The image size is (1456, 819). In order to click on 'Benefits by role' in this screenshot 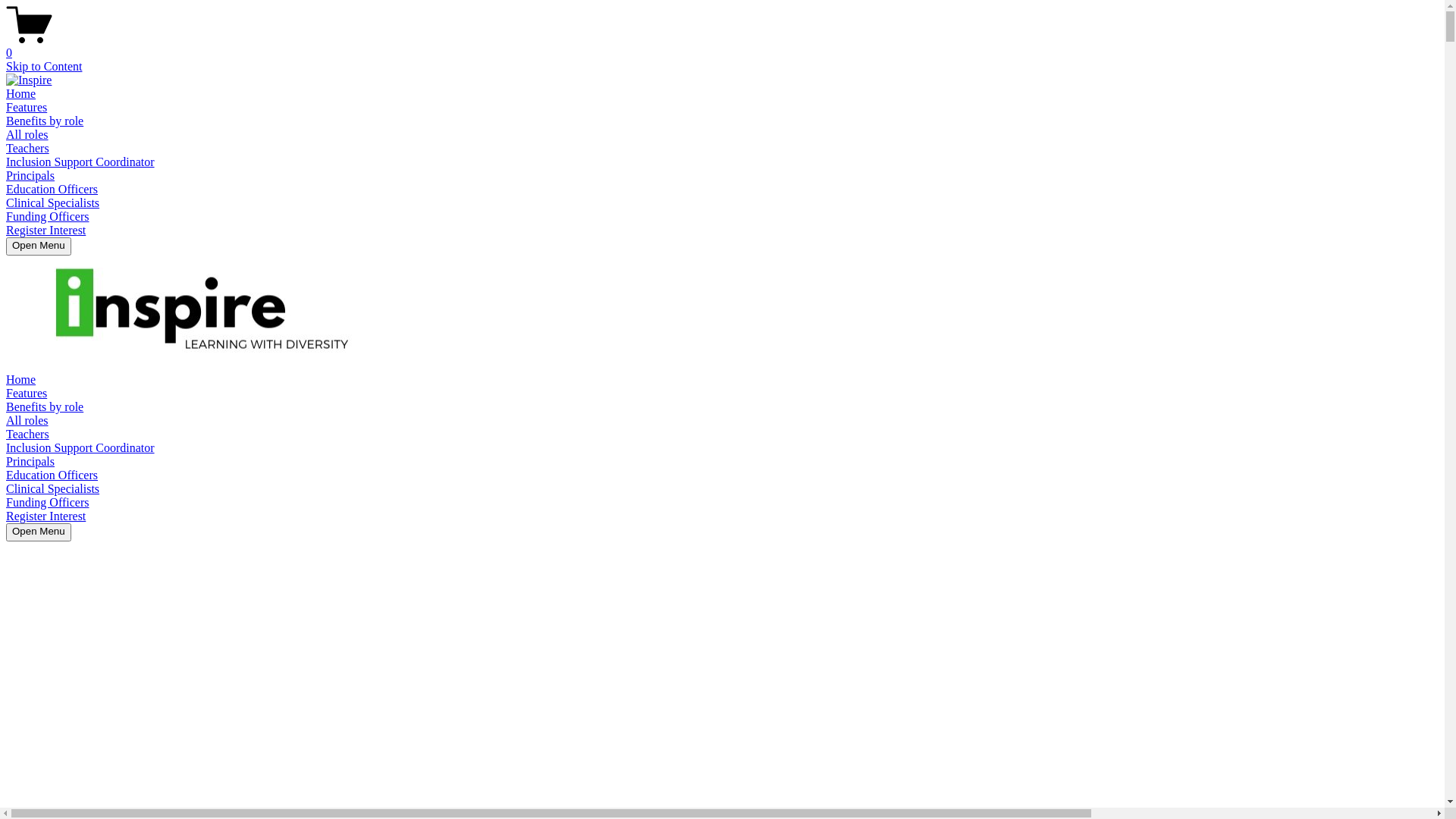, I will do `click(44, 406)`.